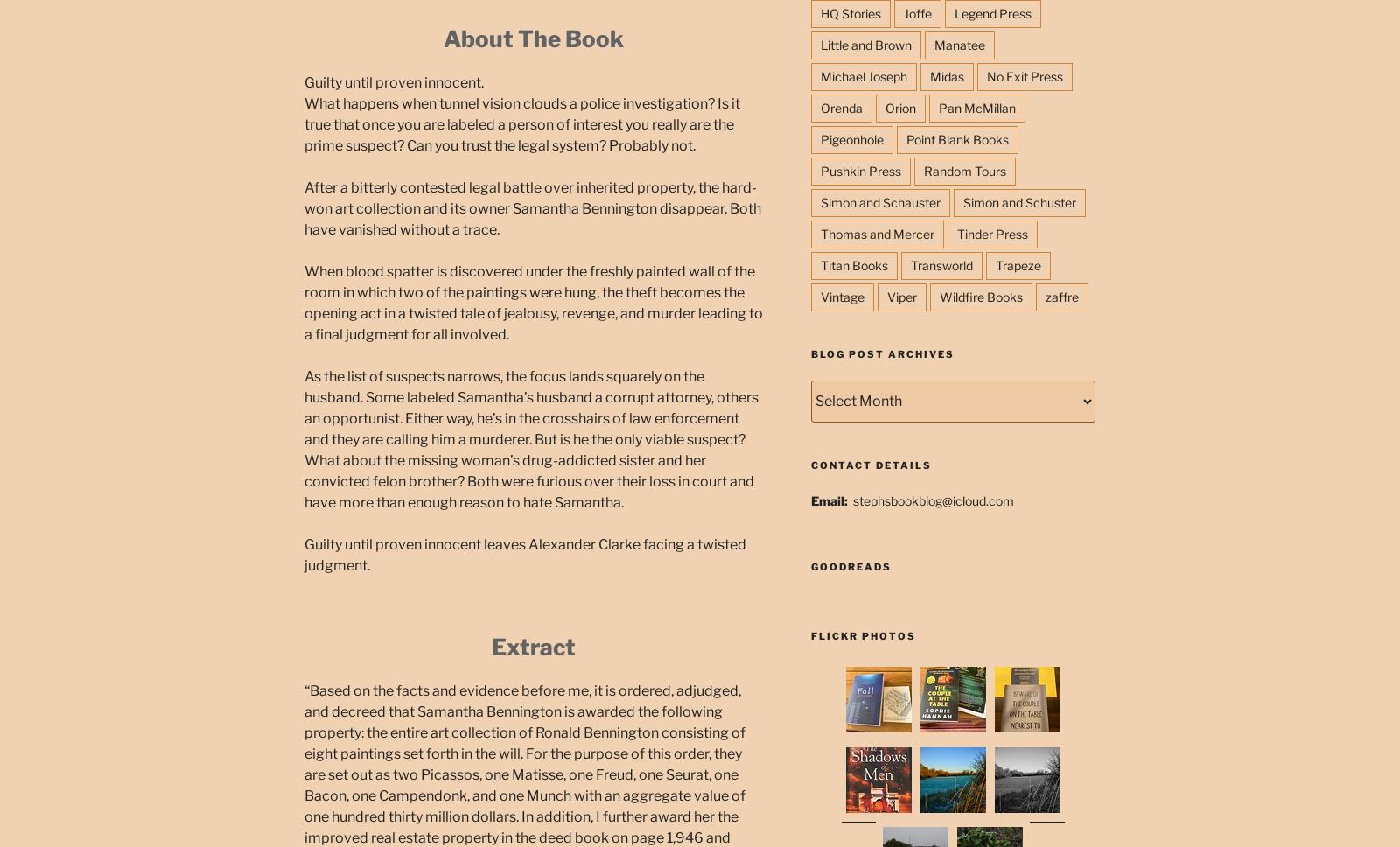 The height and width of the screenshot is (847, 1400). Describe the element at coordinates (808, 464) in the screenshot. I see `'Contact Details'` at that location.